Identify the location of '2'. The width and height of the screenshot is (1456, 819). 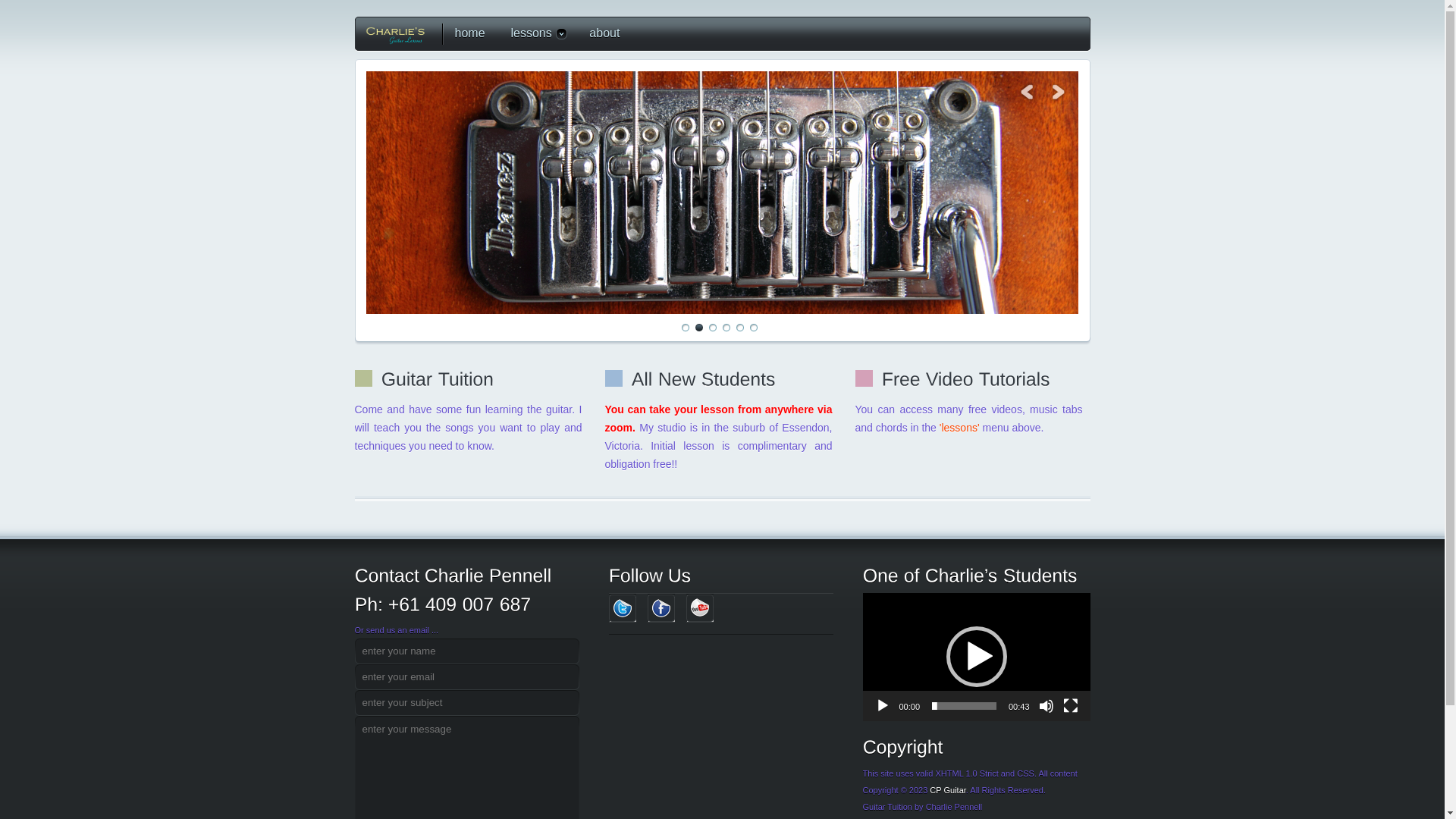
(694, 327).